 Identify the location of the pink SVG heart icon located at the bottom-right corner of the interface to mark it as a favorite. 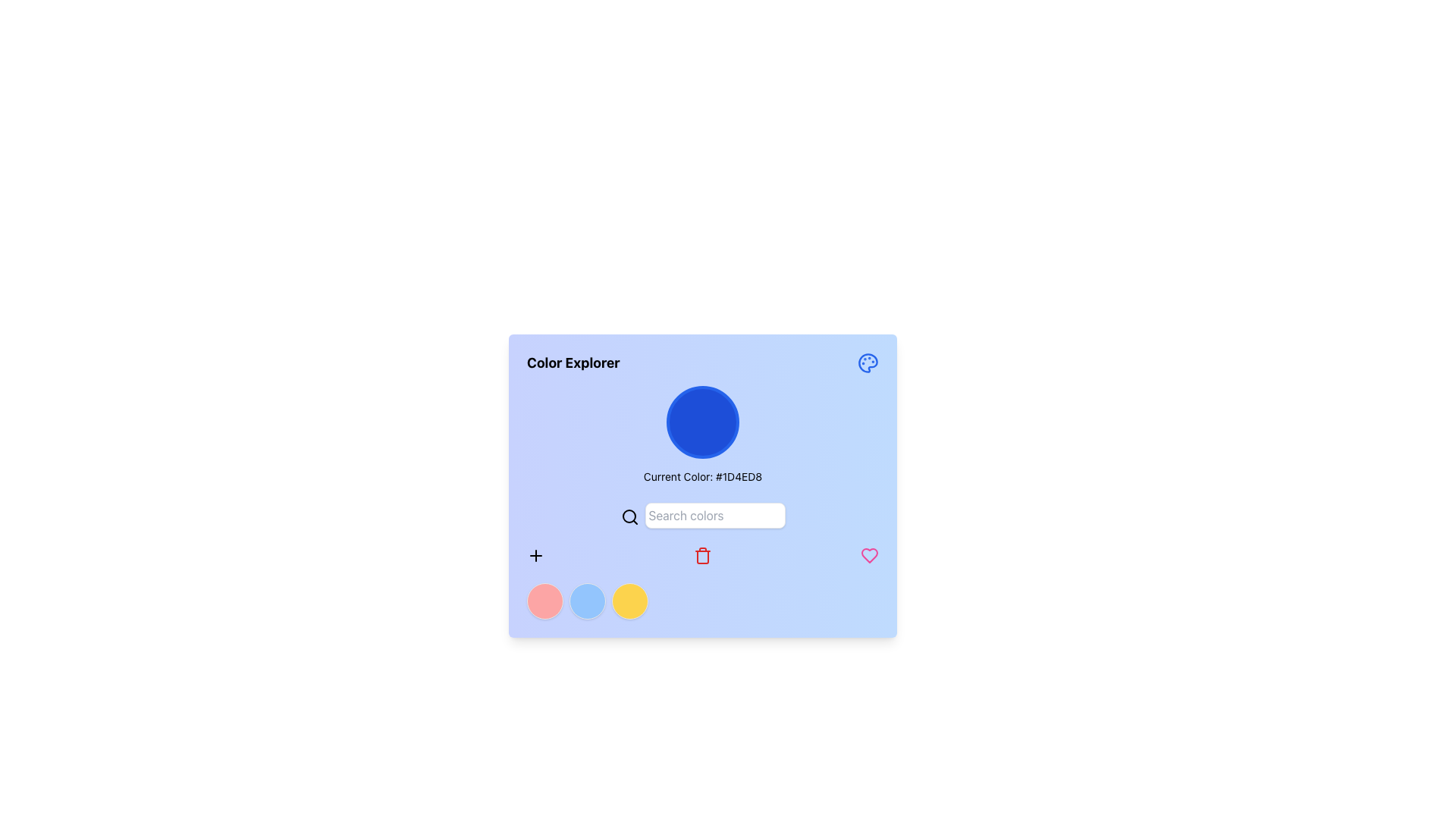
(870, 555).